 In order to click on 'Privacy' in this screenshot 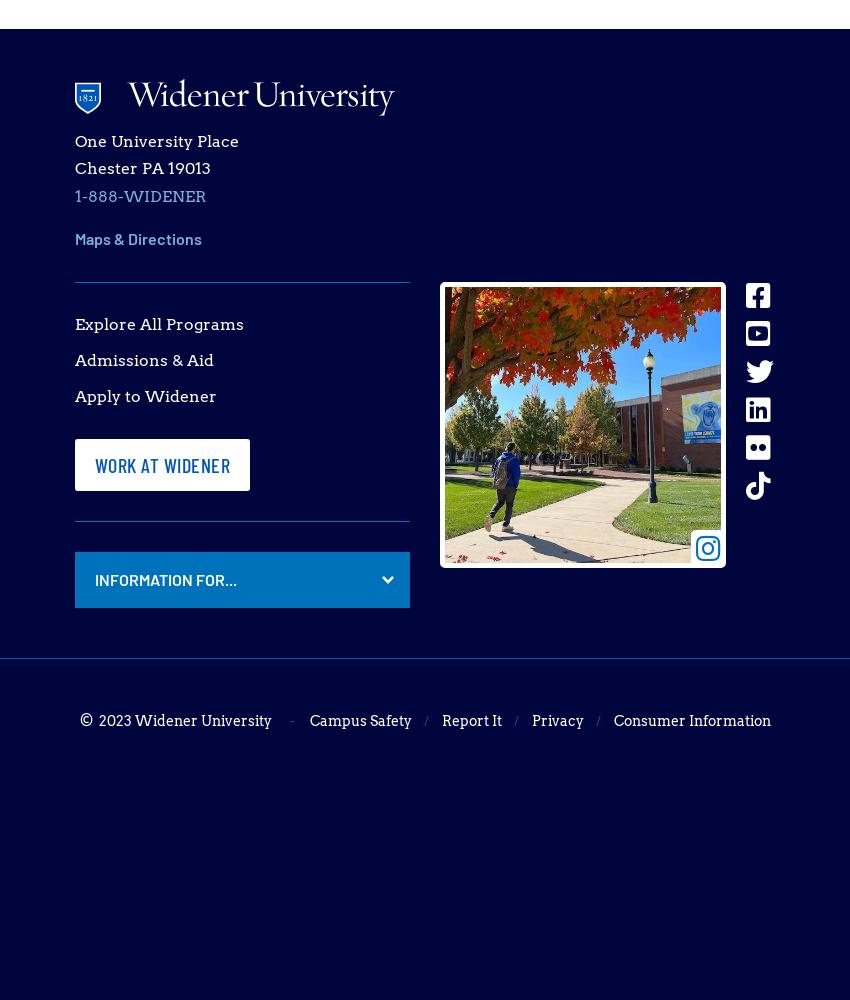, I will do `click(557, 720)`.